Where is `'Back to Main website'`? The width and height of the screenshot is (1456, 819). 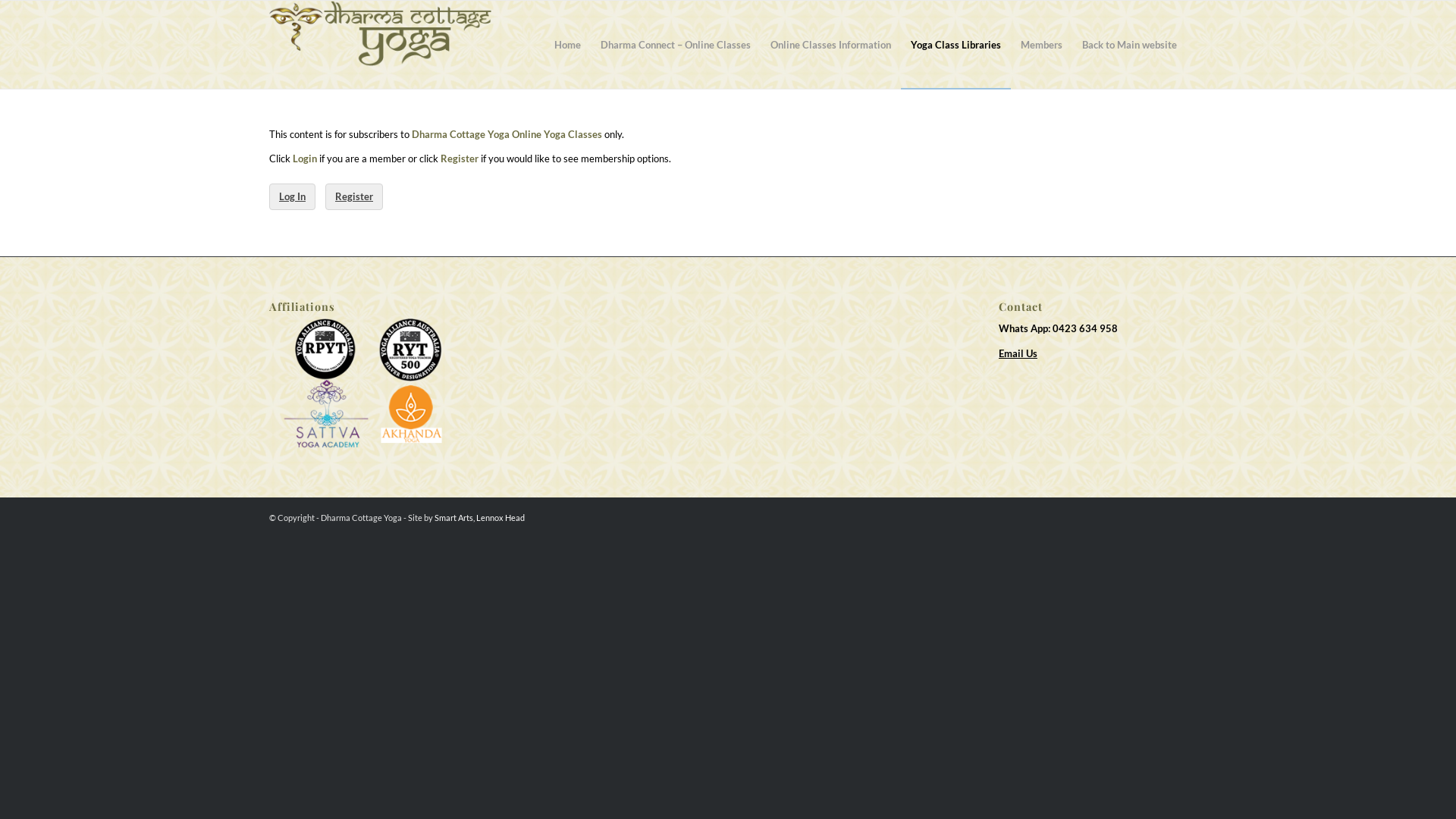
'Back to Main website' is located at coordinates (1129, 43).